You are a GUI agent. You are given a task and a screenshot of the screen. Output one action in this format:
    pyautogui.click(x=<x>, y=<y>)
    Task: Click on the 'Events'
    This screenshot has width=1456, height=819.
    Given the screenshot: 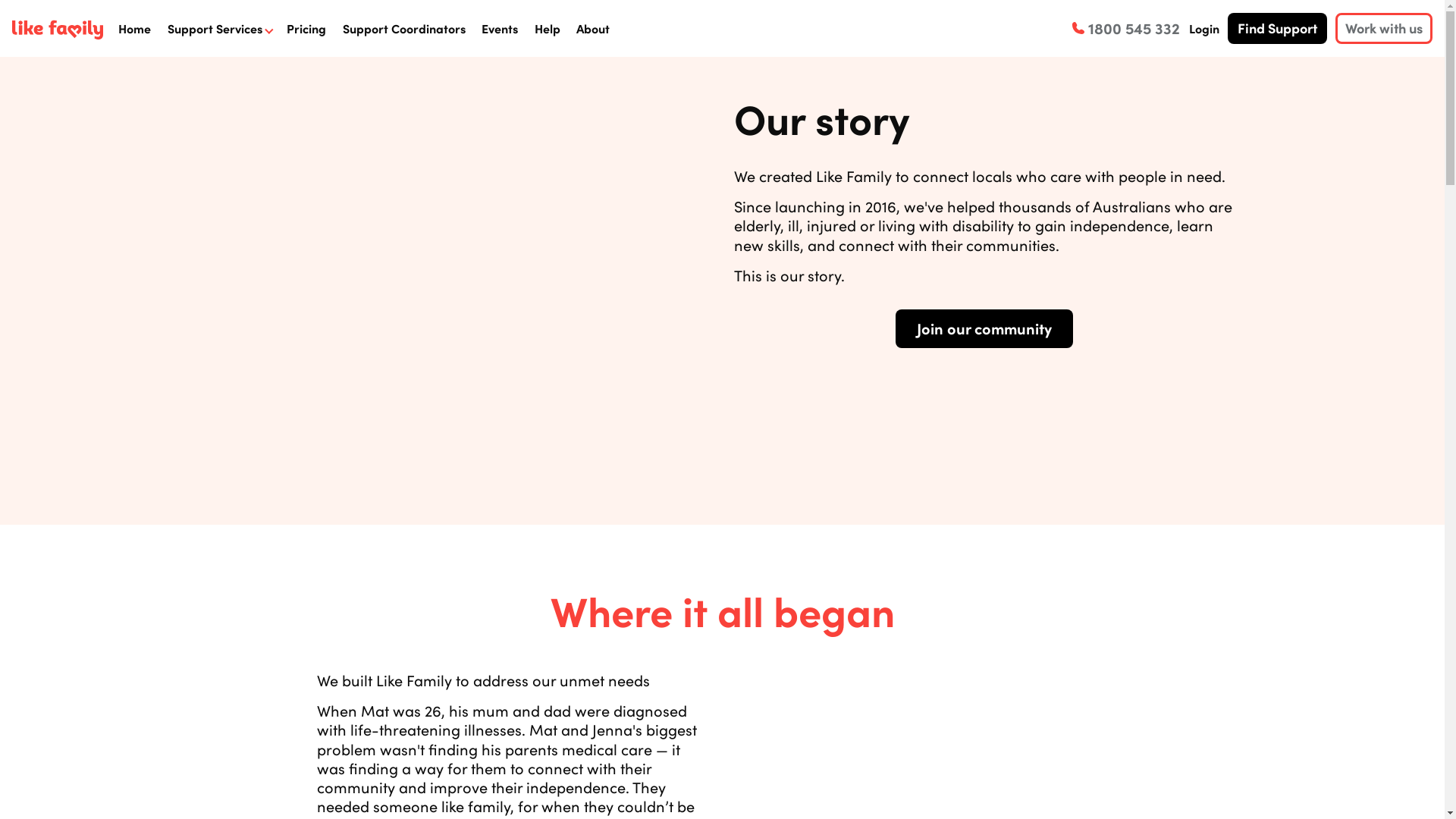 What is the action you would take?
    pyautogui.click(x=499, y=28)
    